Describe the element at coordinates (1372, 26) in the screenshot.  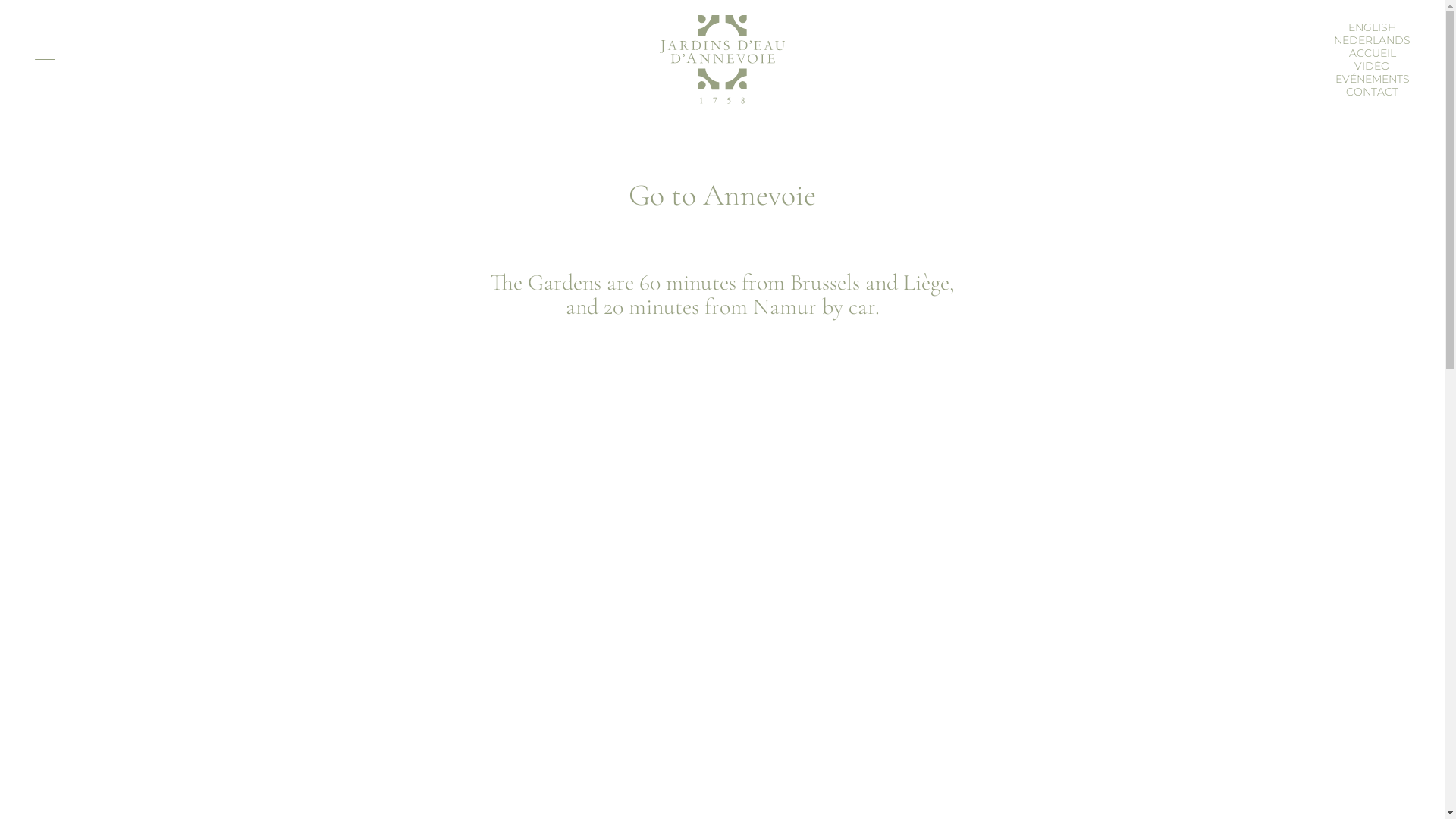
I see `'ENGLISH'` at that location.